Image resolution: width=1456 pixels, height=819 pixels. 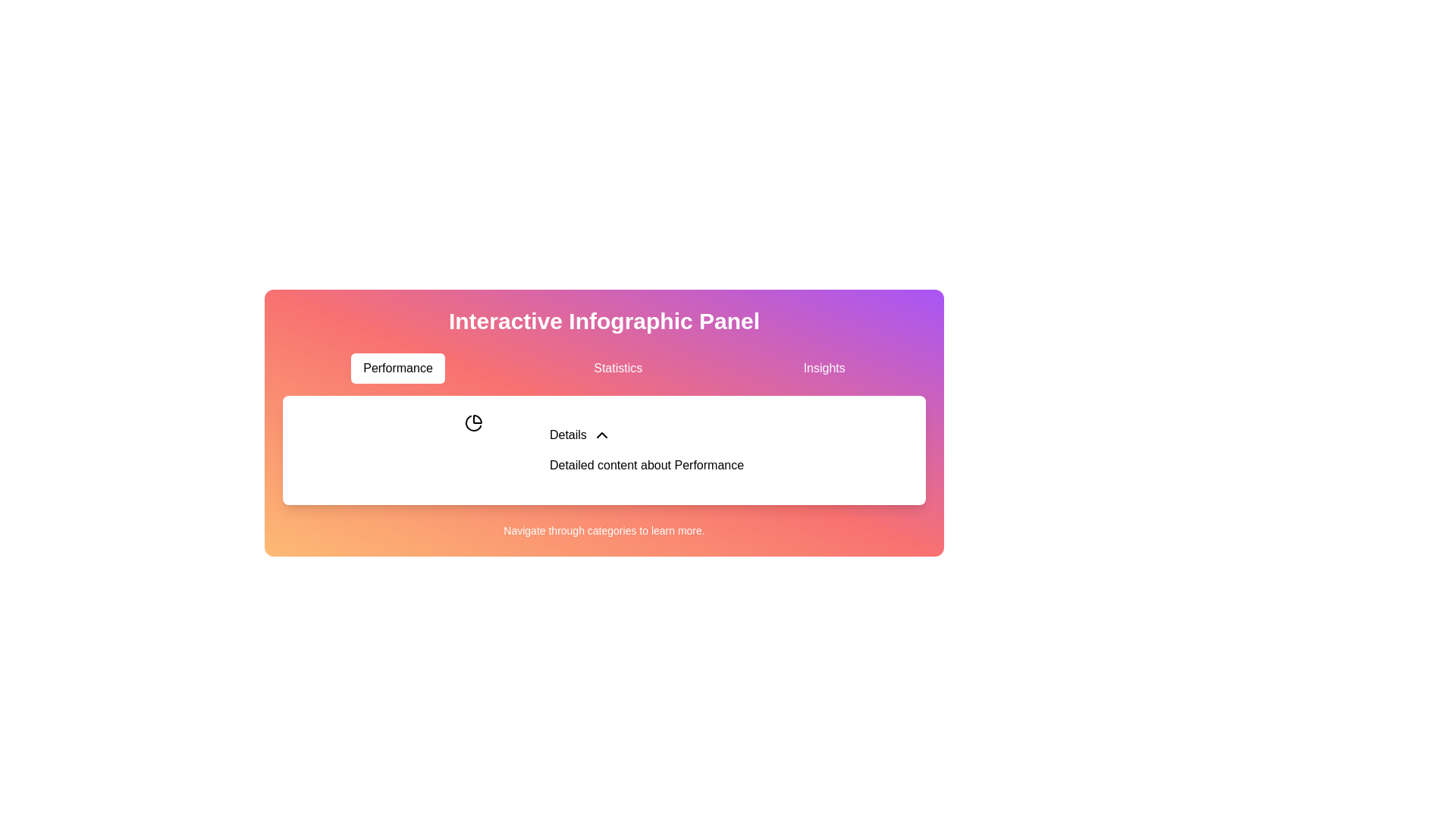 What do you see at coordinates (567, 435) in the screenshot?
I see `the 'Details' text label, which is black in color and located towards the right side of the interface, adjacent to an upward-pointing chevron symbol` at bounding box center [567, 435].